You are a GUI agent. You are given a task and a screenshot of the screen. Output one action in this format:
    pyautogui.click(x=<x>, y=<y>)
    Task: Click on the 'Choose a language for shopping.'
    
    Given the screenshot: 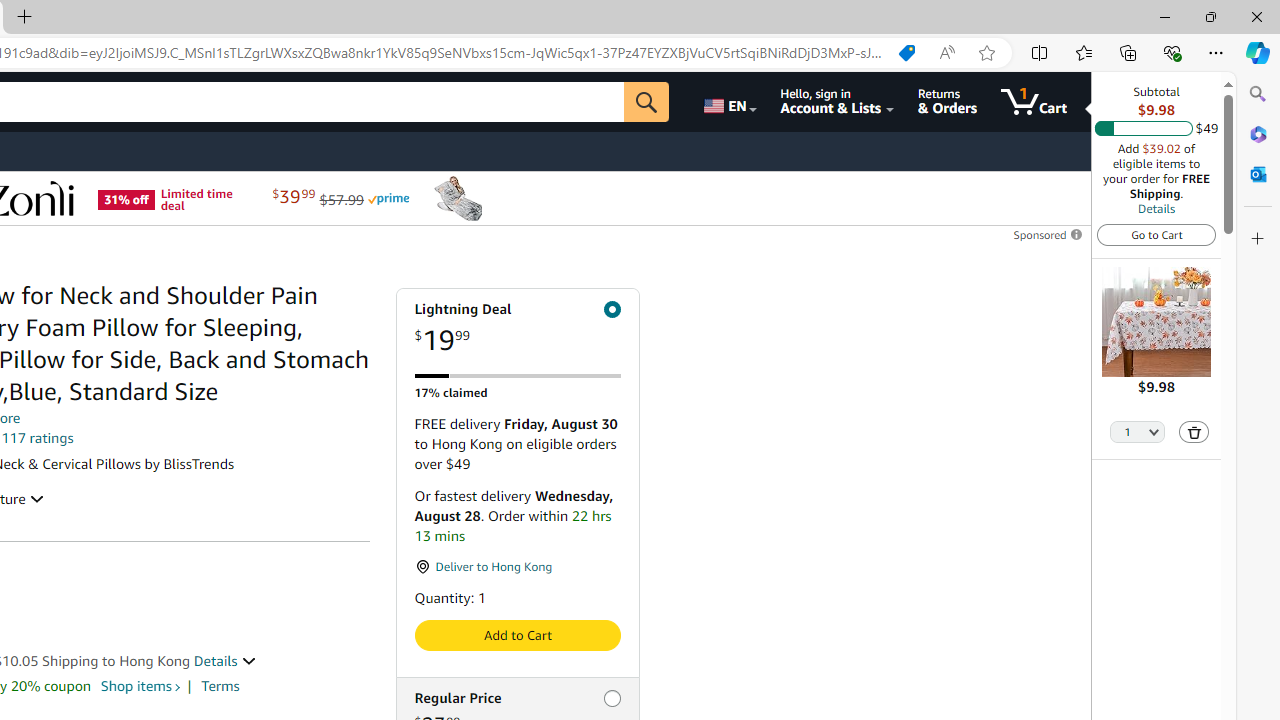 What is the action you would take?
    pyautogui.click(x=727, y=101)
    